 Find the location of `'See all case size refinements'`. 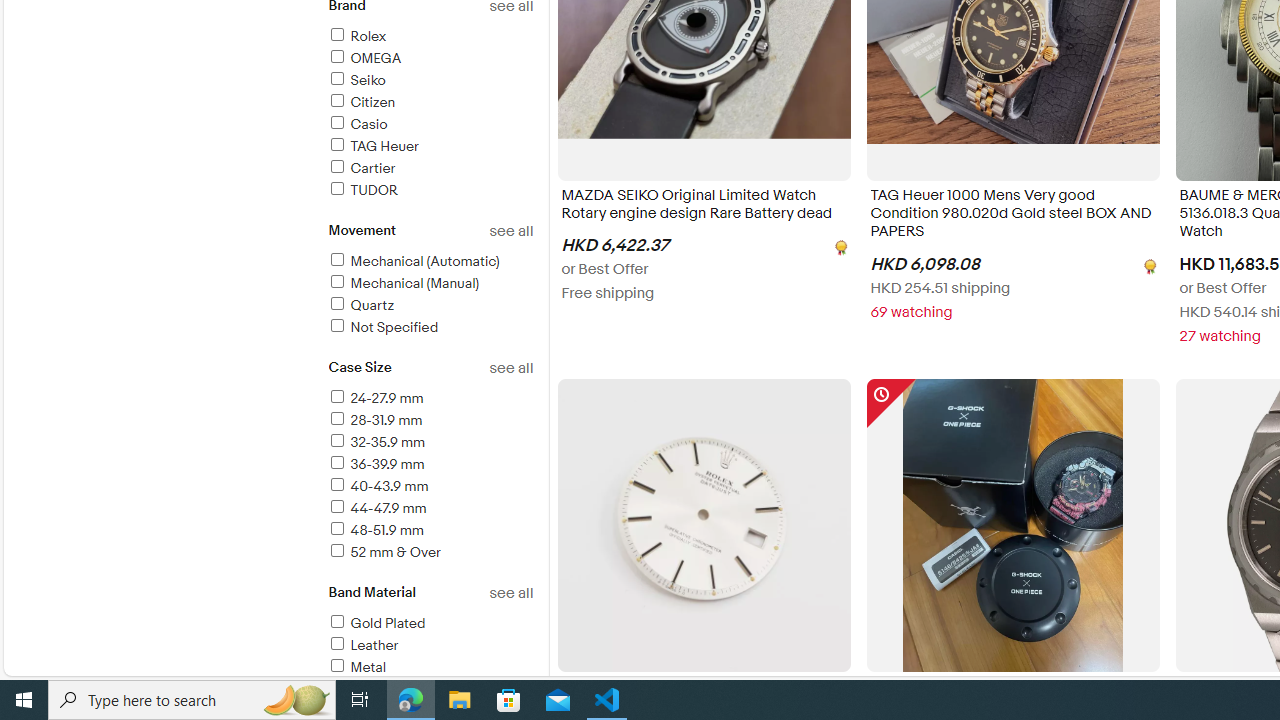

'See all case size refinements' is located at coordinates (511, 368).